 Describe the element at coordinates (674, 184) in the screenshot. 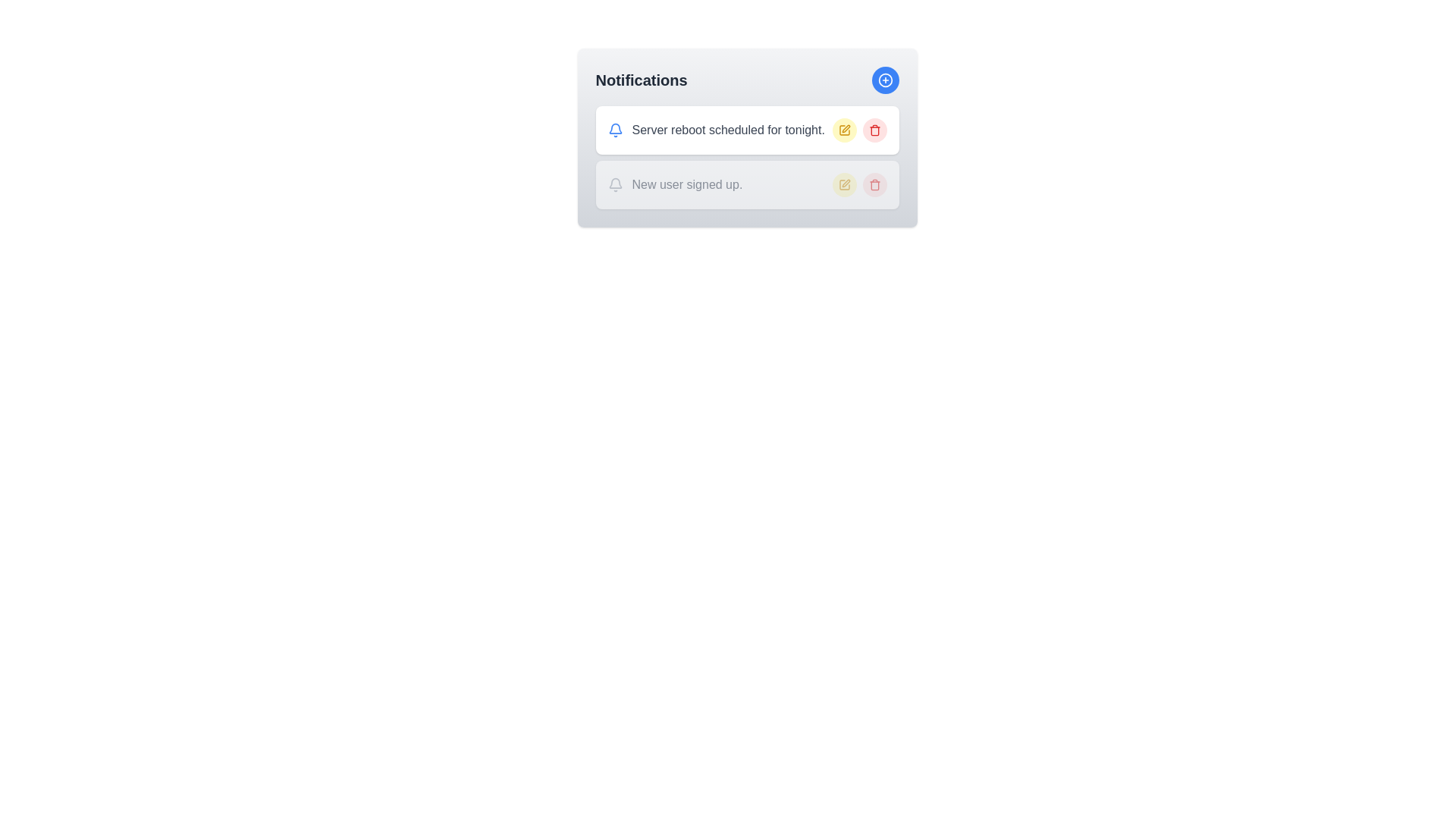

I see `message displayed in the text component that shows 'New user signed up.' located within the notification card as the second notification in the vertical list` at that location.